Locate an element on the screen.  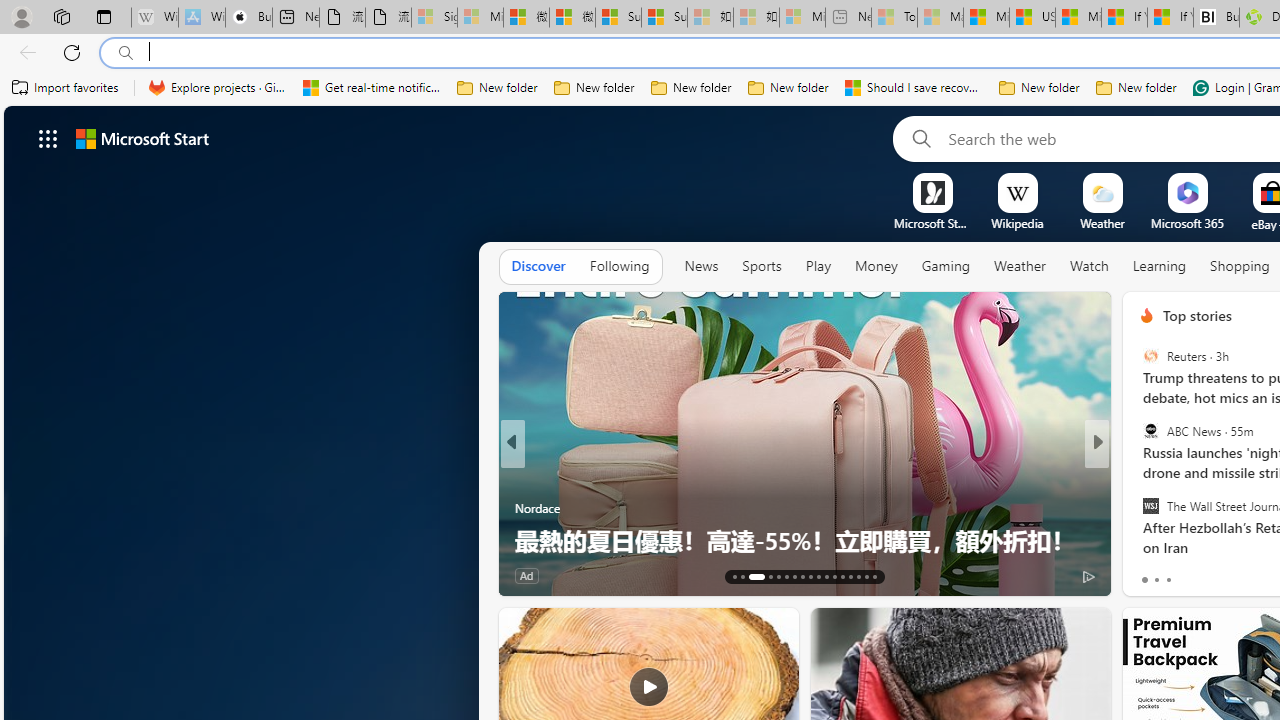
'Import favorites' is located at coordinates (65, 87).